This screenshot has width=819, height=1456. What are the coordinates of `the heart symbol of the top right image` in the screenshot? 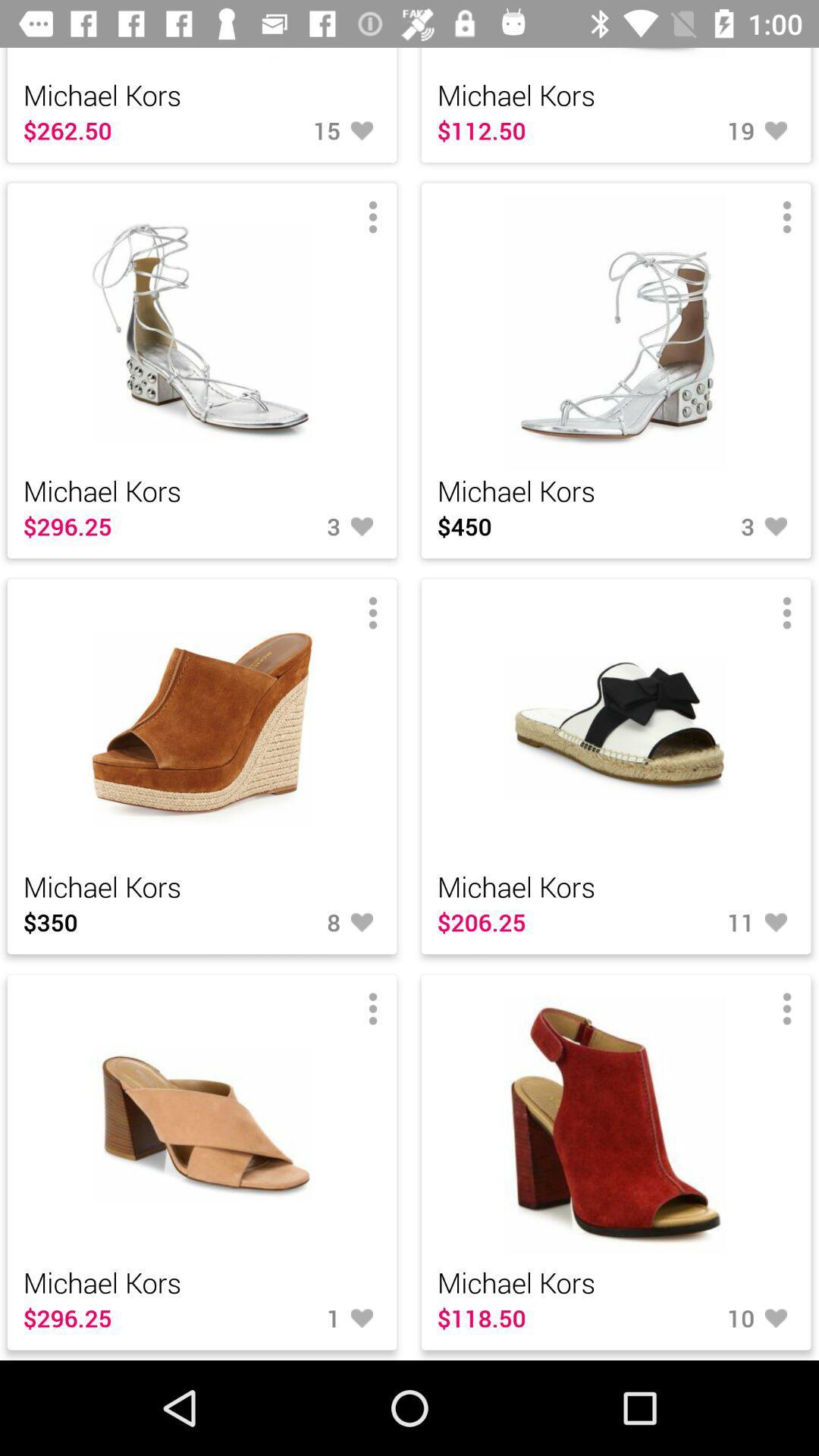 It's located at (705, 526).